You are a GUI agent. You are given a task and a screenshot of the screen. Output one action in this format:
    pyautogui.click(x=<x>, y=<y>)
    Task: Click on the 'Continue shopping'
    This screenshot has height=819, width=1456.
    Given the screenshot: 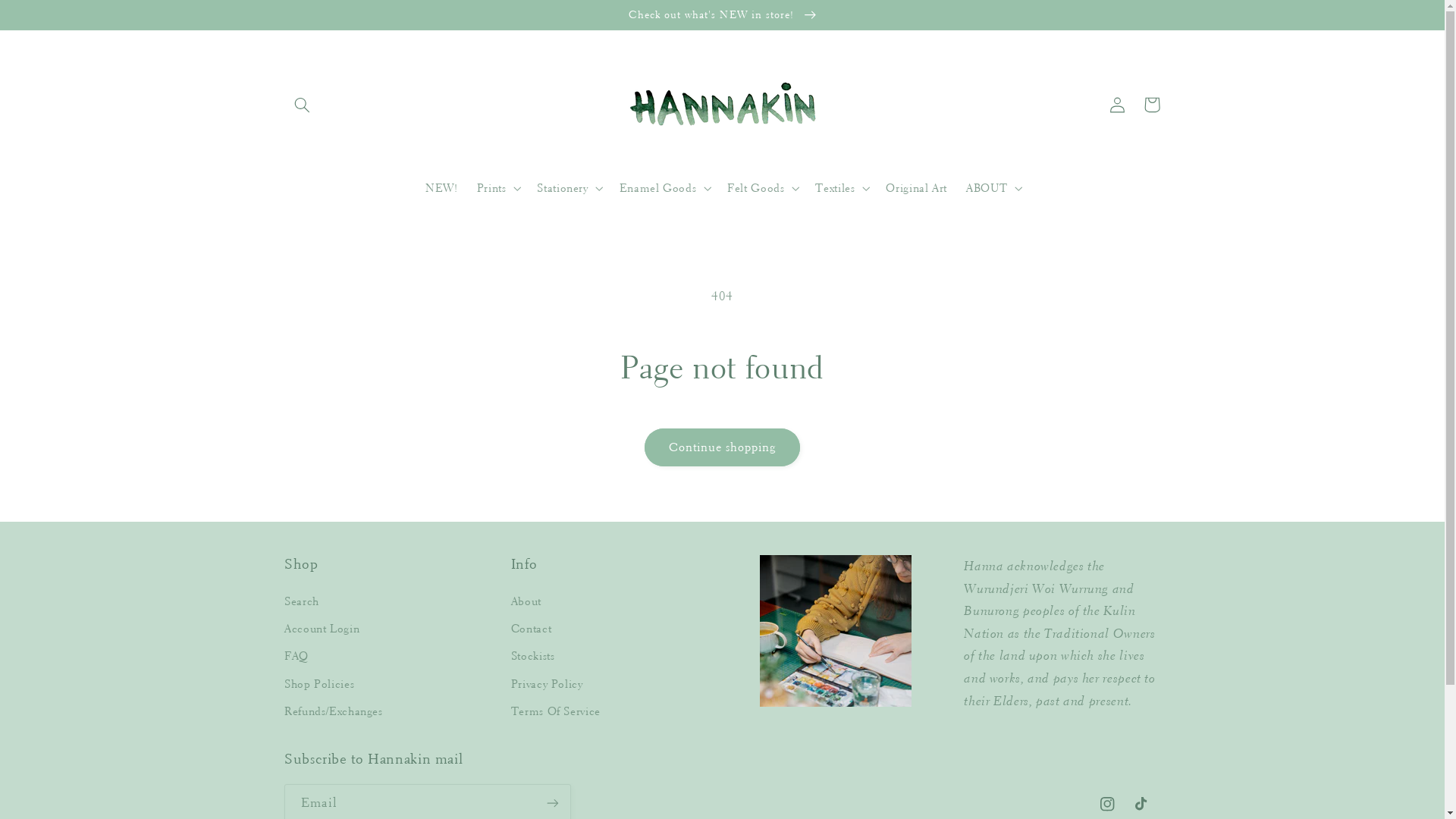 What is the action you would take?
    pyautogui.click(x=721, y=446)
    